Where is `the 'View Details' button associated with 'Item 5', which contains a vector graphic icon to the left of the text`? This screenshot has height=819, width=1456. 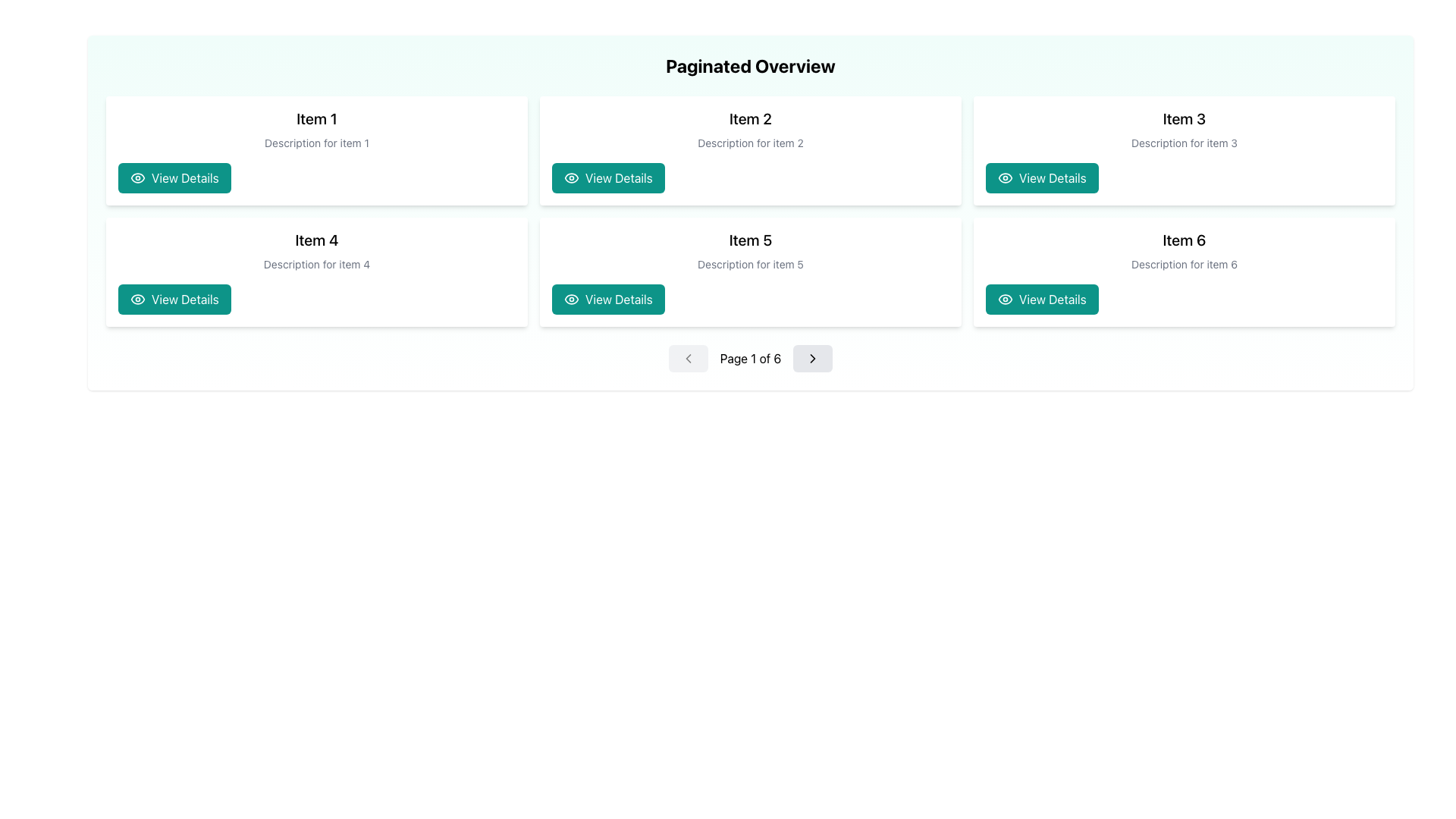 the 'View Details' button associated with 'Item 5', which contains a vector graphic icon to the left of the text is located at coordinates (570, 299).